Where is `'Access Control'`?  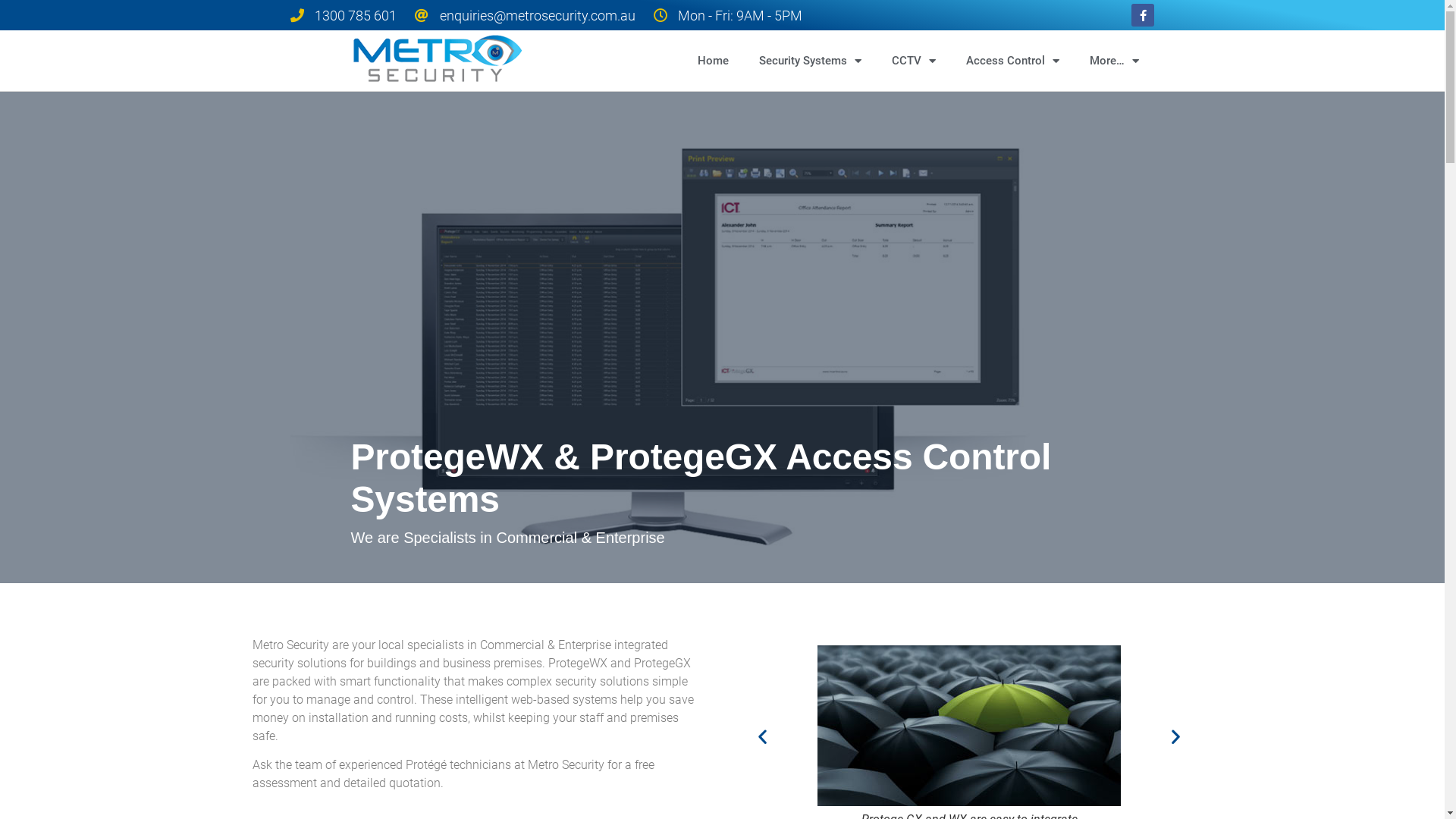
'Access Control' is located at coordinates (1012, 60).